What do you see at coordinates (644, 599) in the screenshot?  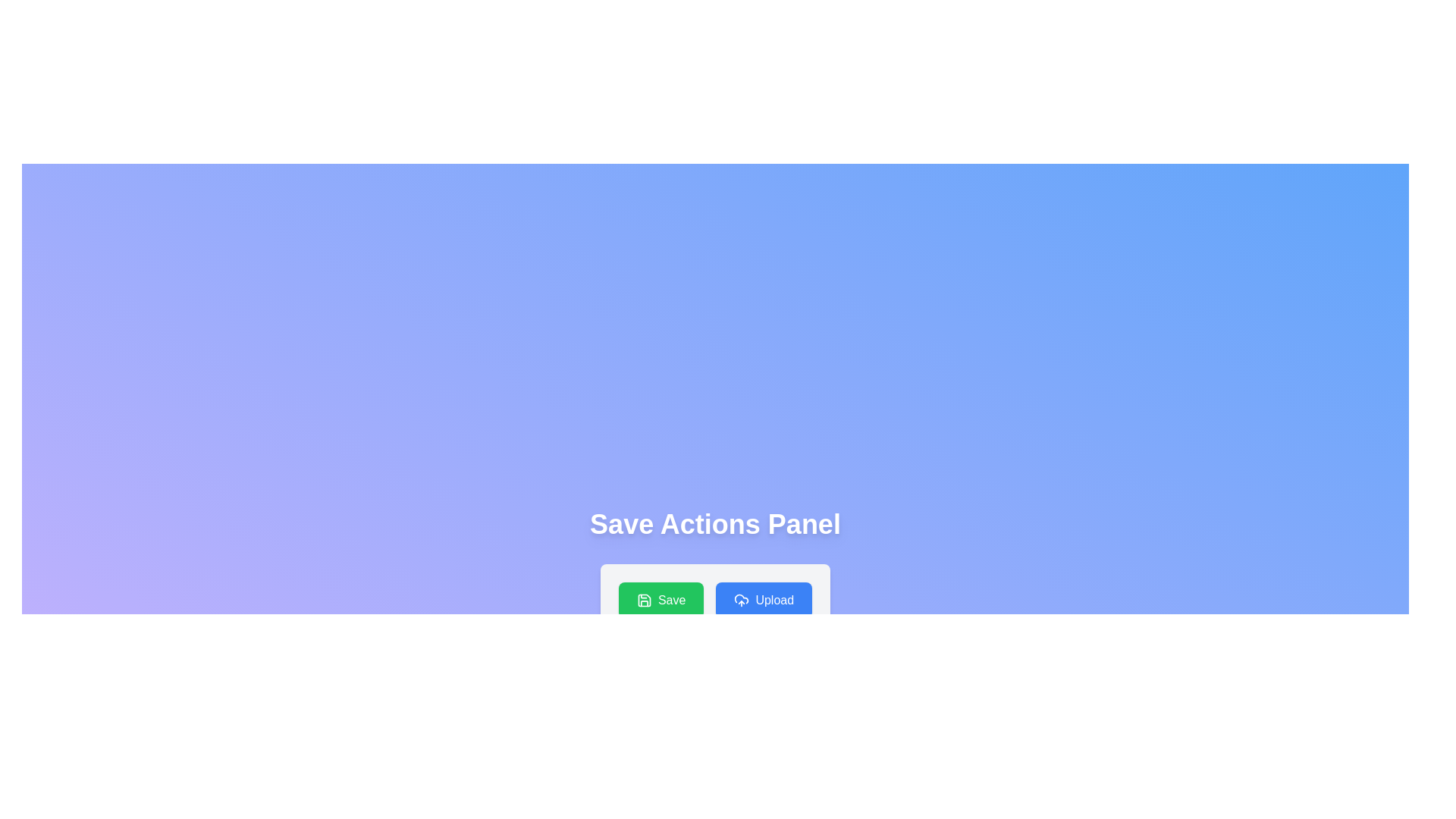 I see `the 'Save' icon located within the green button at the bottom left of the 'Save Actions Panel'` at bounding box center [644, 599].